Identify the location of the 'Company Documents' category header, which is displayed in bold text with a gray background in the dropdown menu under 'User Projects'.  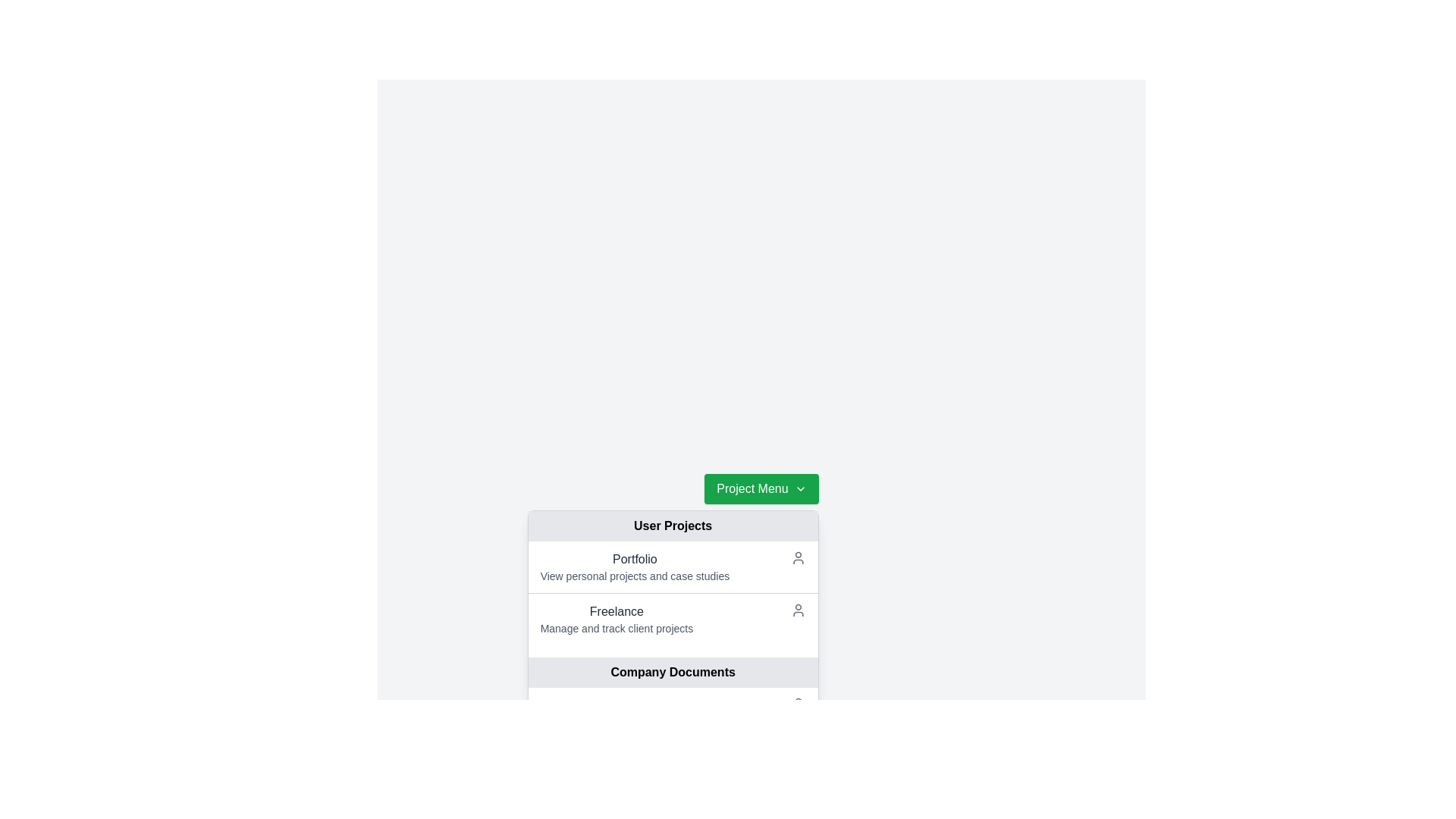
(672, 657).